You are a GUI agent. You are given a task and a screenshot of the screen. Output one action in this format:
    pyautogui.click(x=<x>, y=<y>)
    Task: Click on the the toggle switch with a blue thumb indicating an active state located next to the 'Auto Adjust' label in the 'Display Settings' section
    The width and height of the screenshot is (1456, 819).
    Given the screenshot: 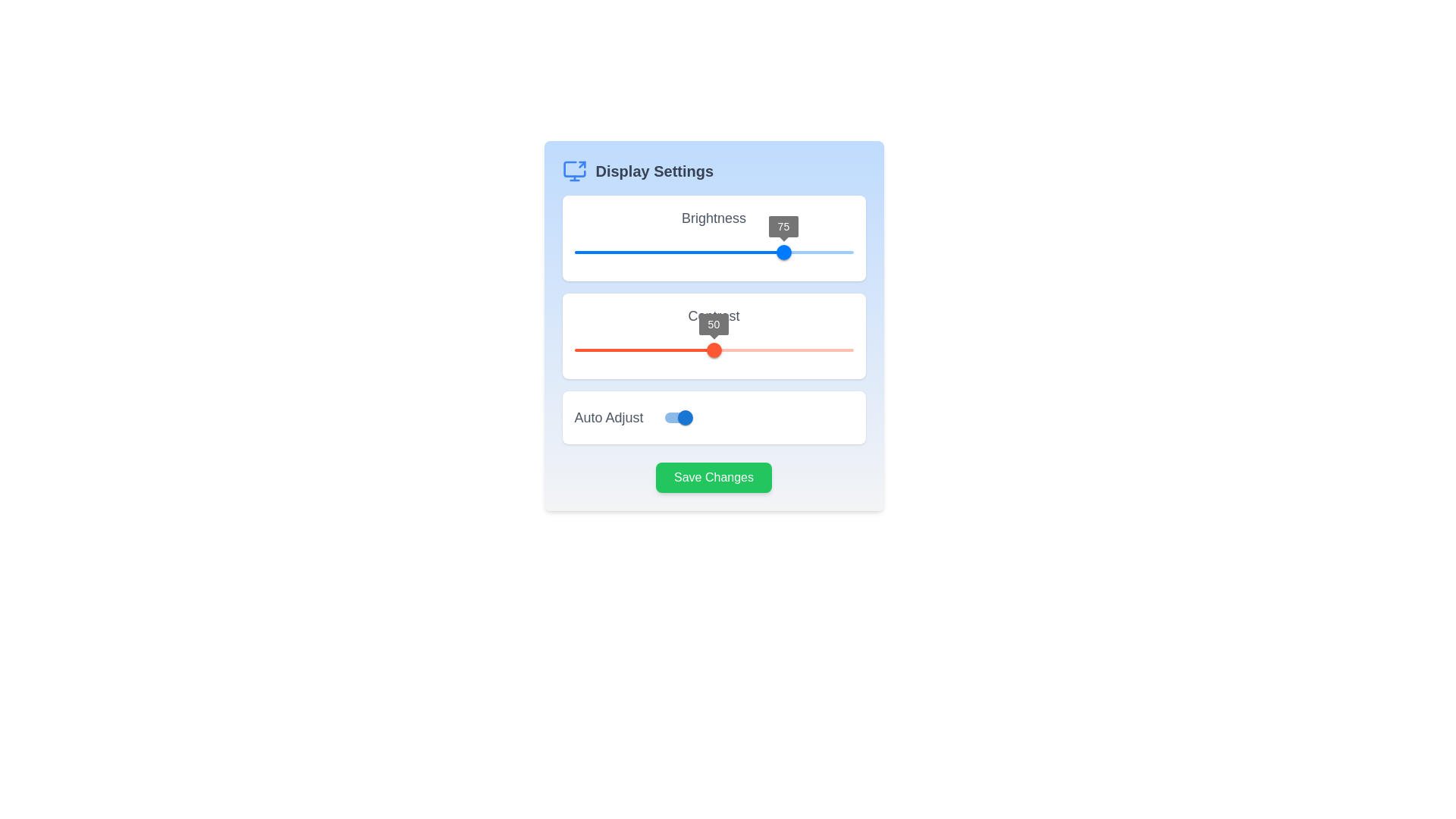 What is the action you would take?
    pyautogui.click(x=676, y=418)
    